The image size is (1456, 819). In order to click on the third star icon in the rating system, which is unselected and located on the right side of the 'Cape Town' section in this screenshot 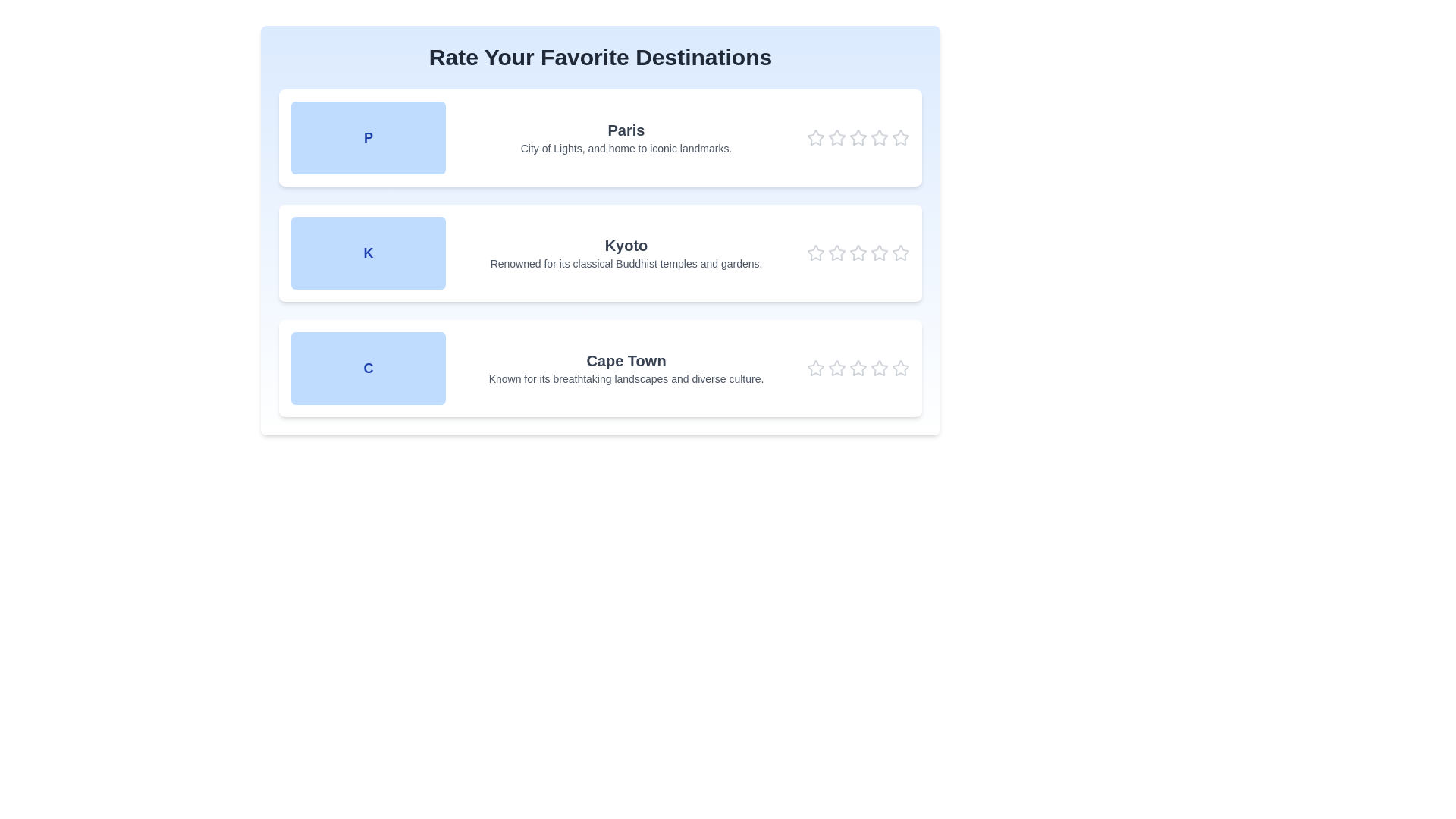, I will do `click(858, 369)`.